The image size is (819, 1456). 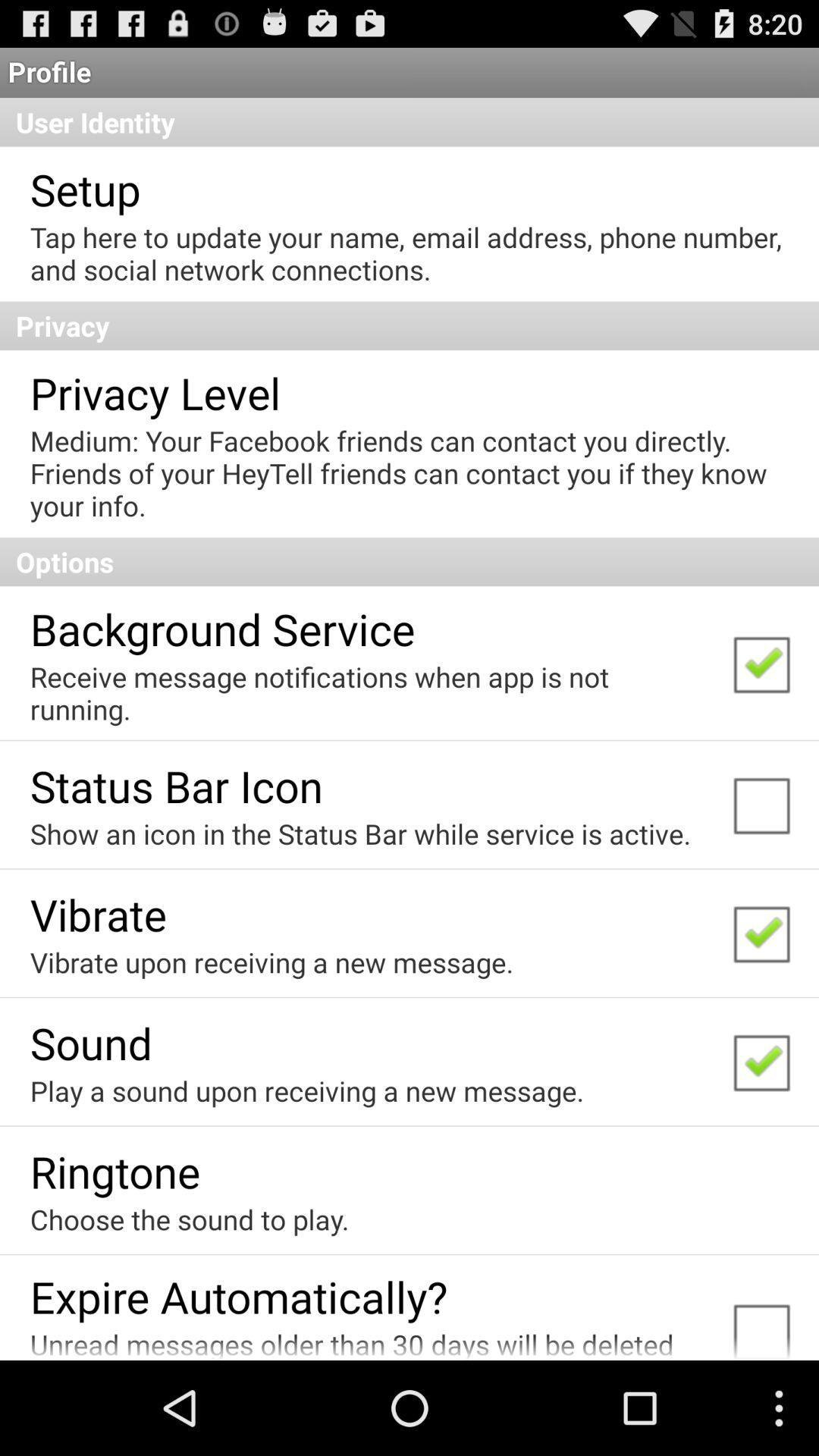 I want to click on receive message notifications, so click(x=371, y=692).